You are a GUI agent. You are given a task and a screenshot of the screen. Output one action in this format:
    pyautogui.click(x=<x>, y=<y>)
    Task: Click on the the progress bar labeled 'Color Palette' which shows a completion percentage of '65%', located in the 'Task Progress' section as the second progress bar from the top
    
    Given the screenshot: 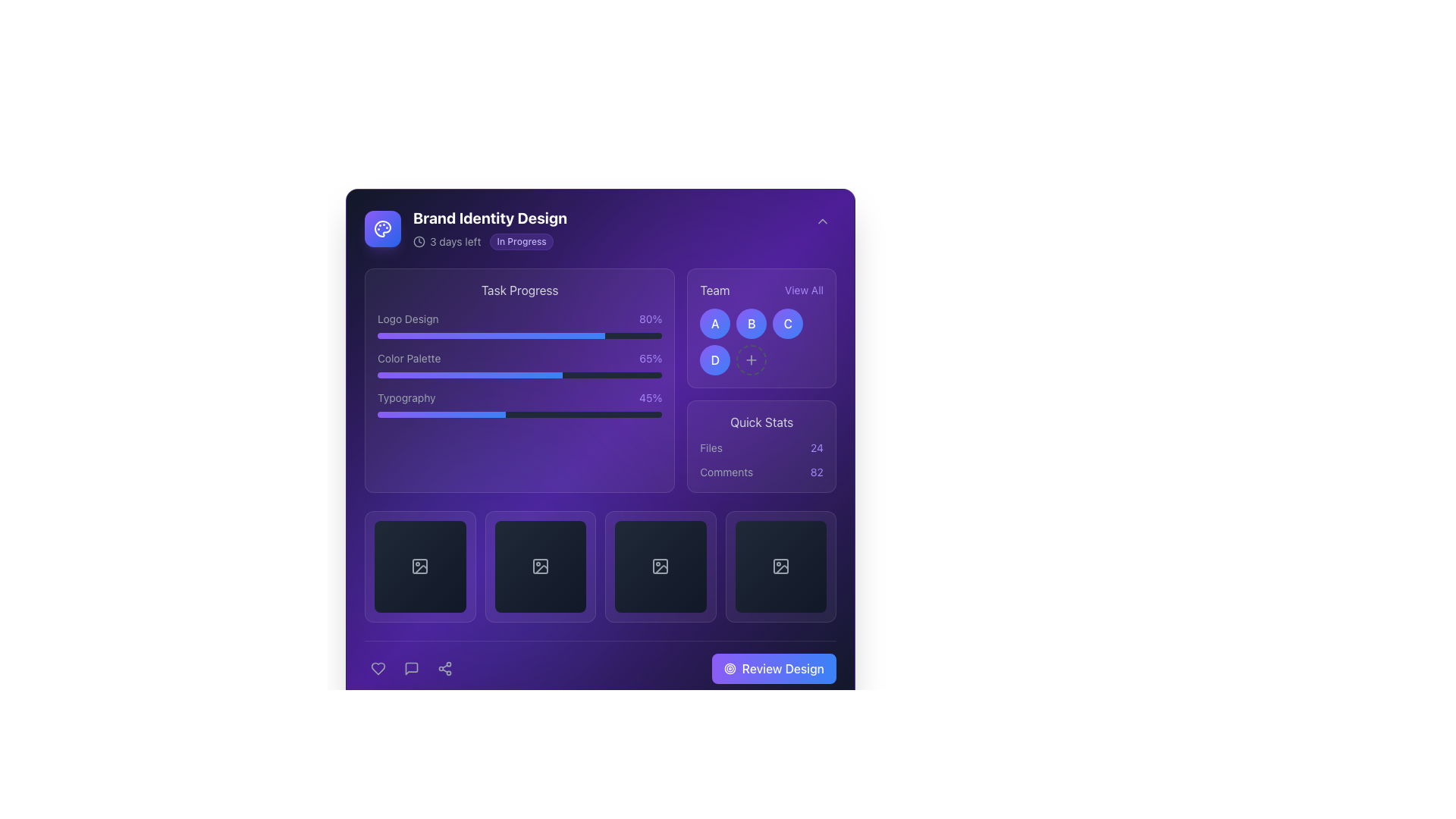 What is the action you would take?
    pyautogui.click(x=519, y=365)
    